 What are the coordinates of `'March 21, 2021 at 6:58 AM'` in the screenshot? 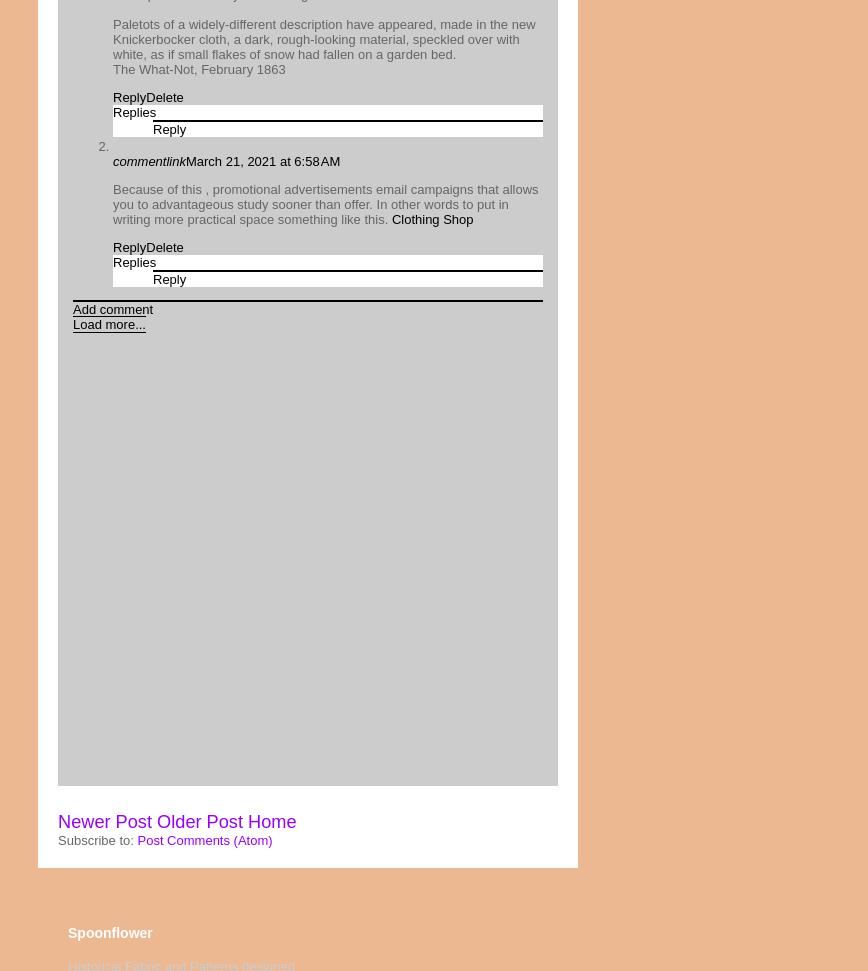 It's located at (262, 161).